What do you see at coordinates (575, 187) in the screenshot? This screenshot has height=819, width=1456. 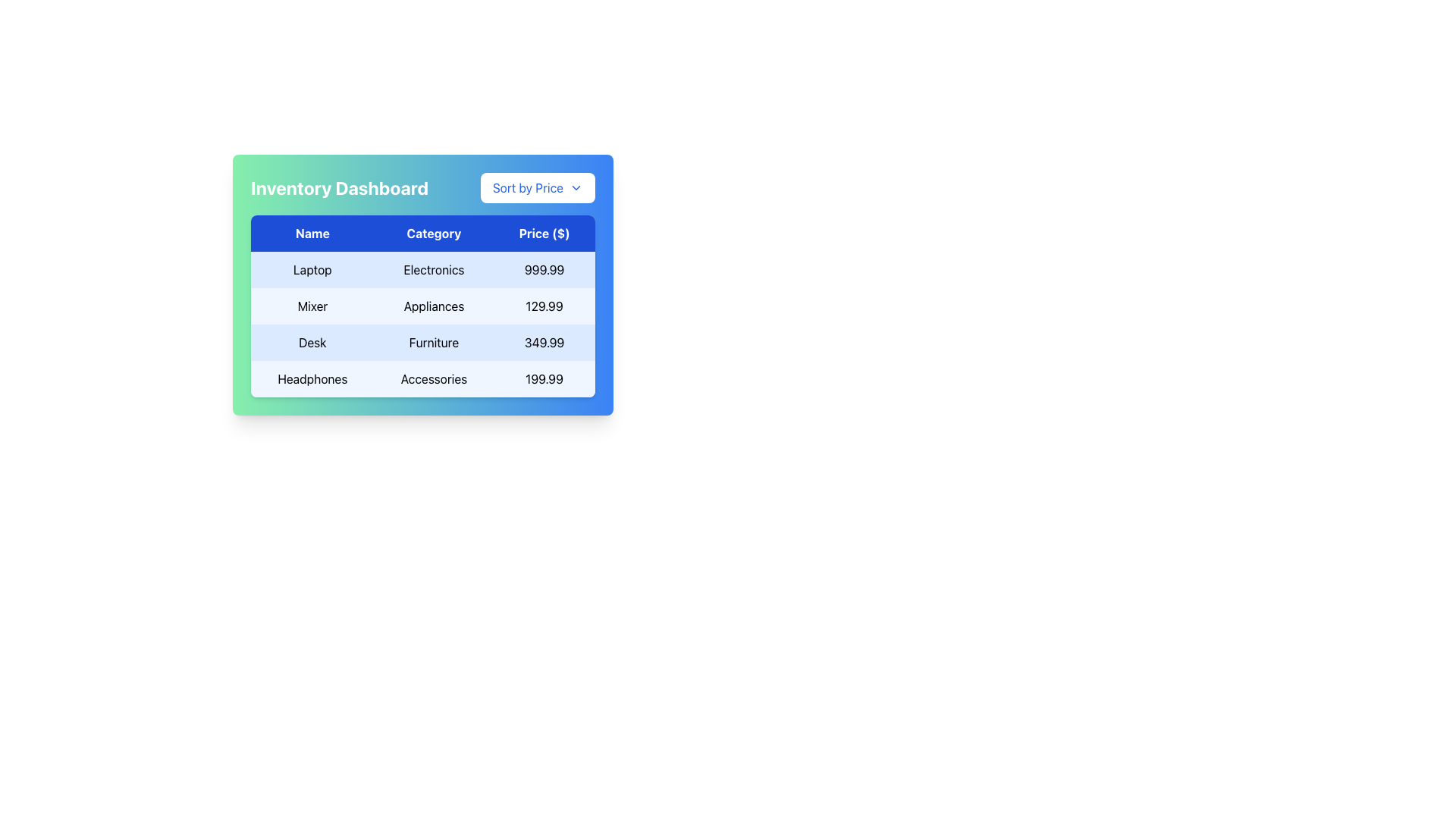 I see `the downward-pointing chevron icon next to the 'Sort by Price' button` at bounding box center [575, 187].